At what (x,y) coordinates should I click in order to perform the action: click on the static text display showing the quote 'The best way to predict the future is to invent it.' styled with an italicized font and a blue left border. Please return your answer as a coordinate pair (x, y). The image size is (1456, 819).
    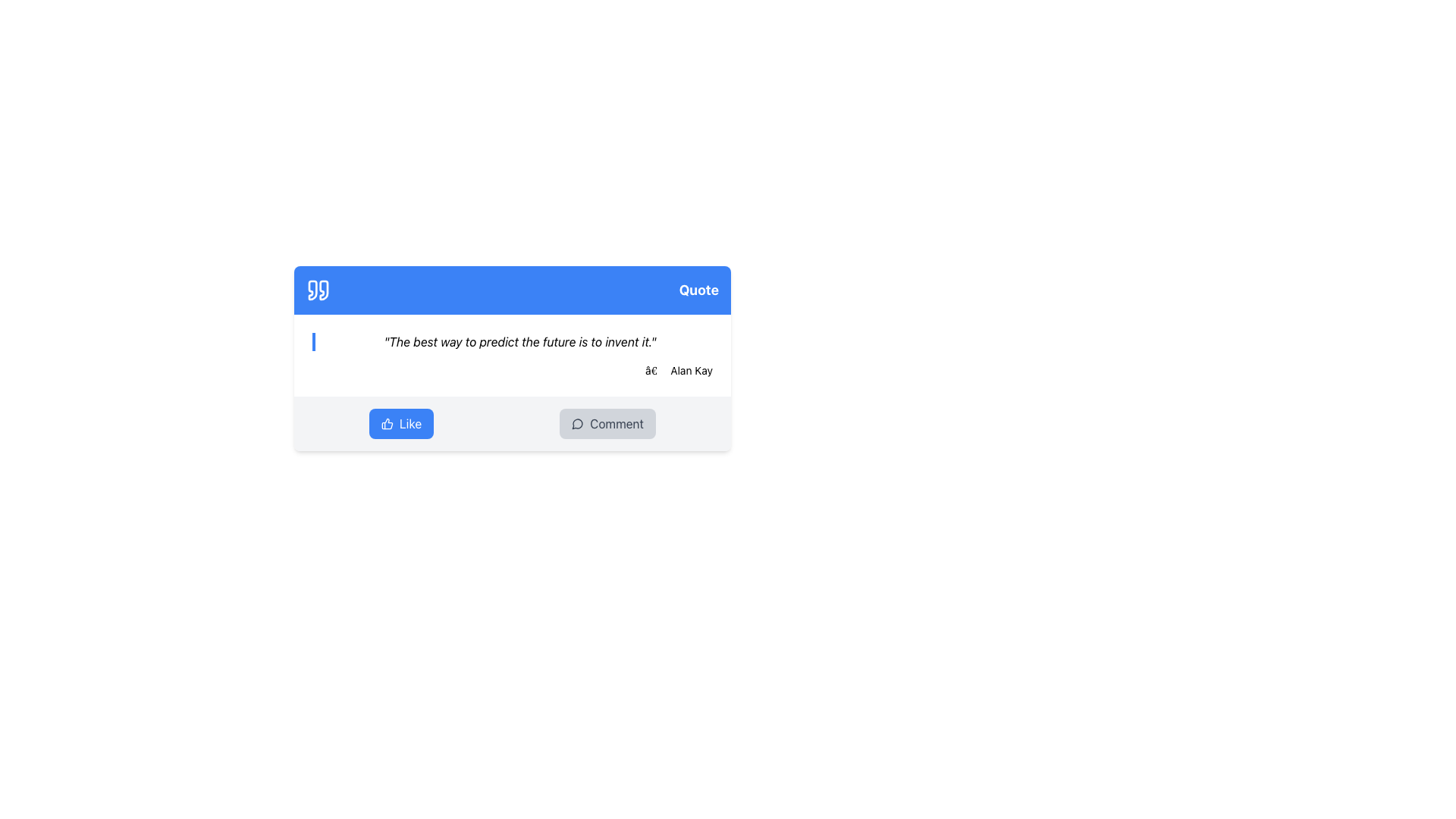
    Looking at the image, I should click on (513, 342).